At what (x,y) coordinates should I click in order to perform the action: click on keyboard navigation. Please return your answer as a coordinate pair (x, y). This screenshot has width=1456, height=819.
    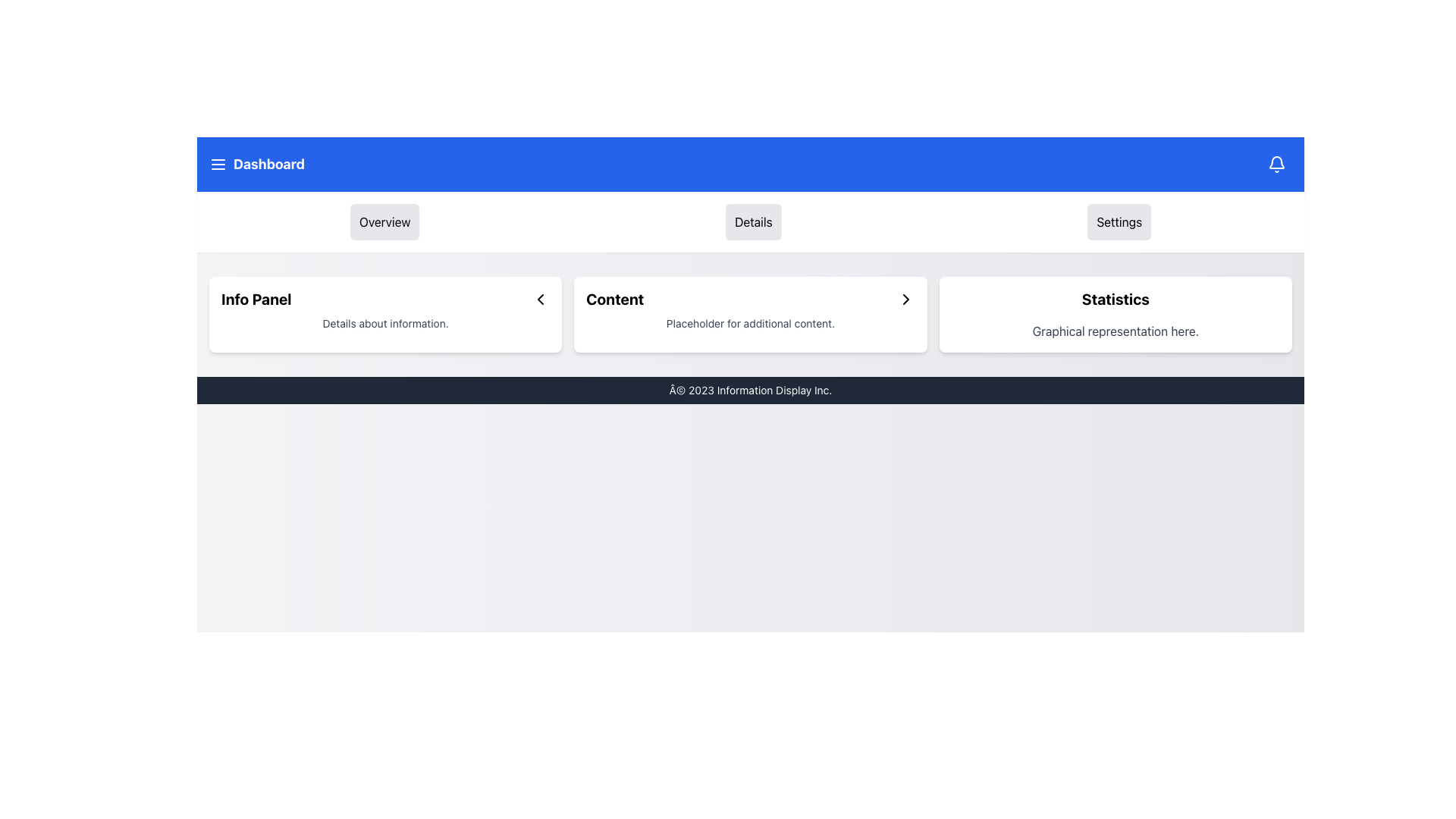
    Looking at the image, I should click on (905, 299).